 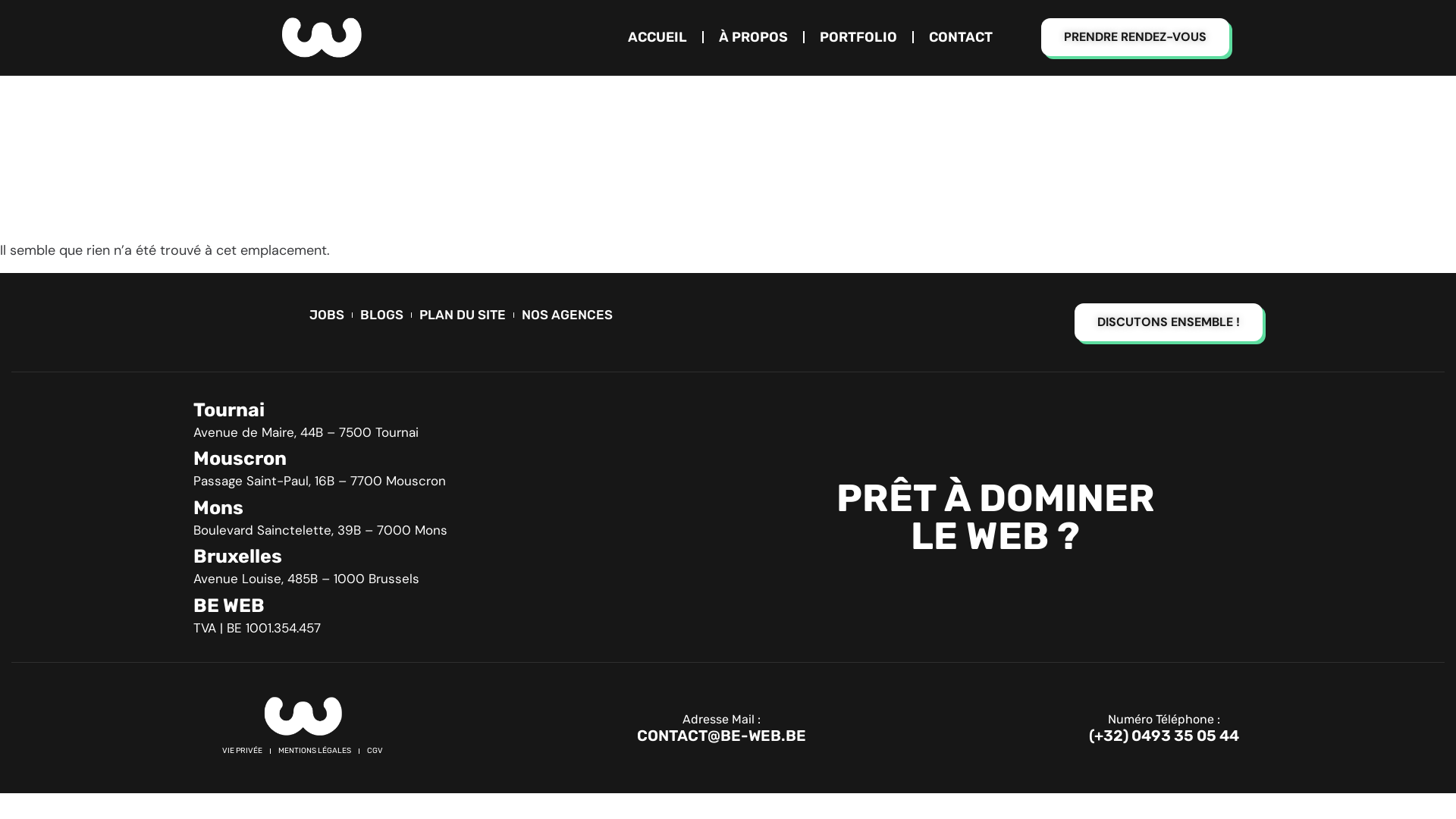 I want to click on 'NOS AGENCES', so click(x=566, y=314).